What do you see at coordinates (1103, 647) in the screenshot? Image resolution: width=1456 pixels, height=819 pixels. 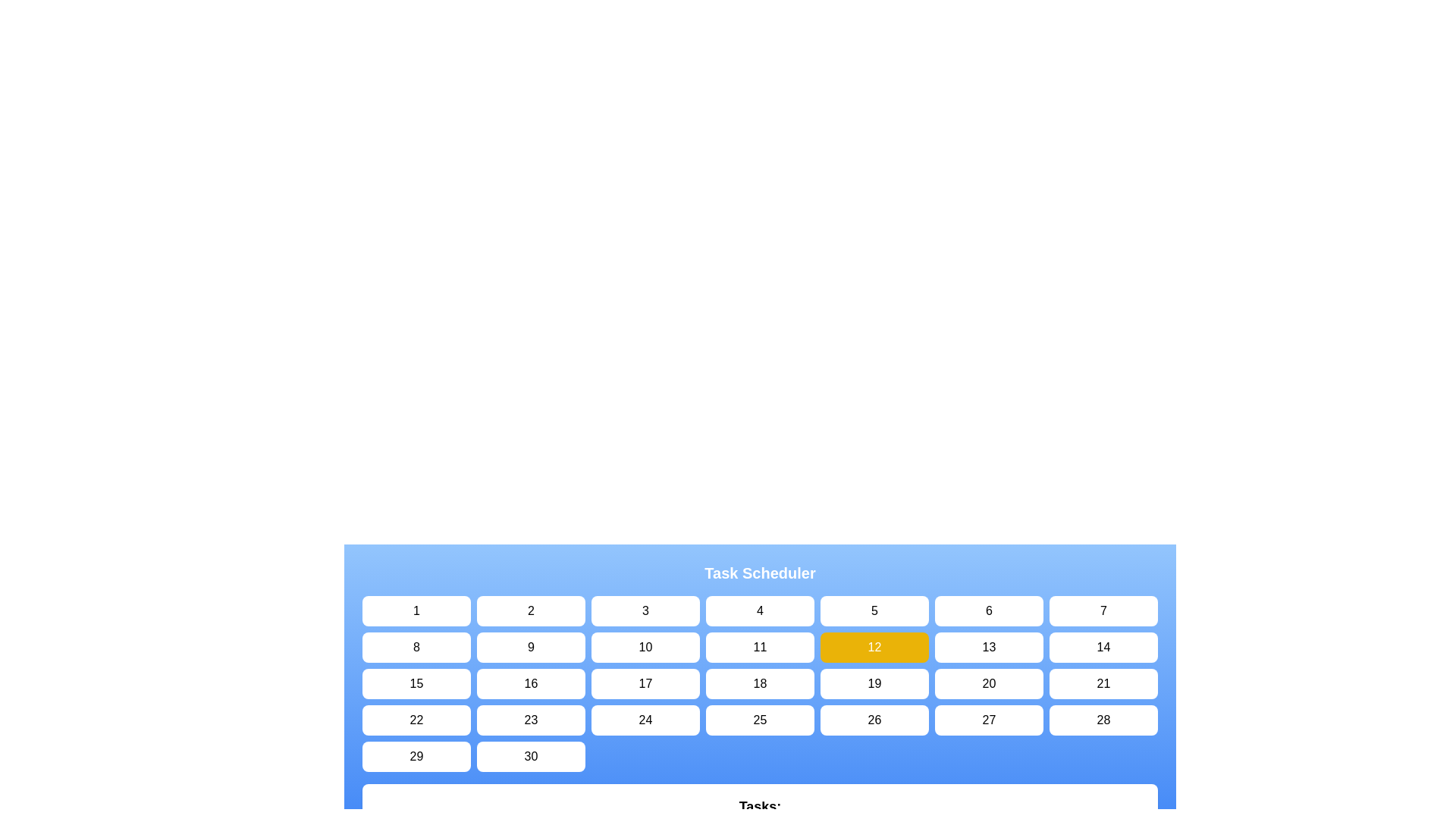 I see `the button representing the day '14' in the calendar grid` at bounding box center [1103, 647].